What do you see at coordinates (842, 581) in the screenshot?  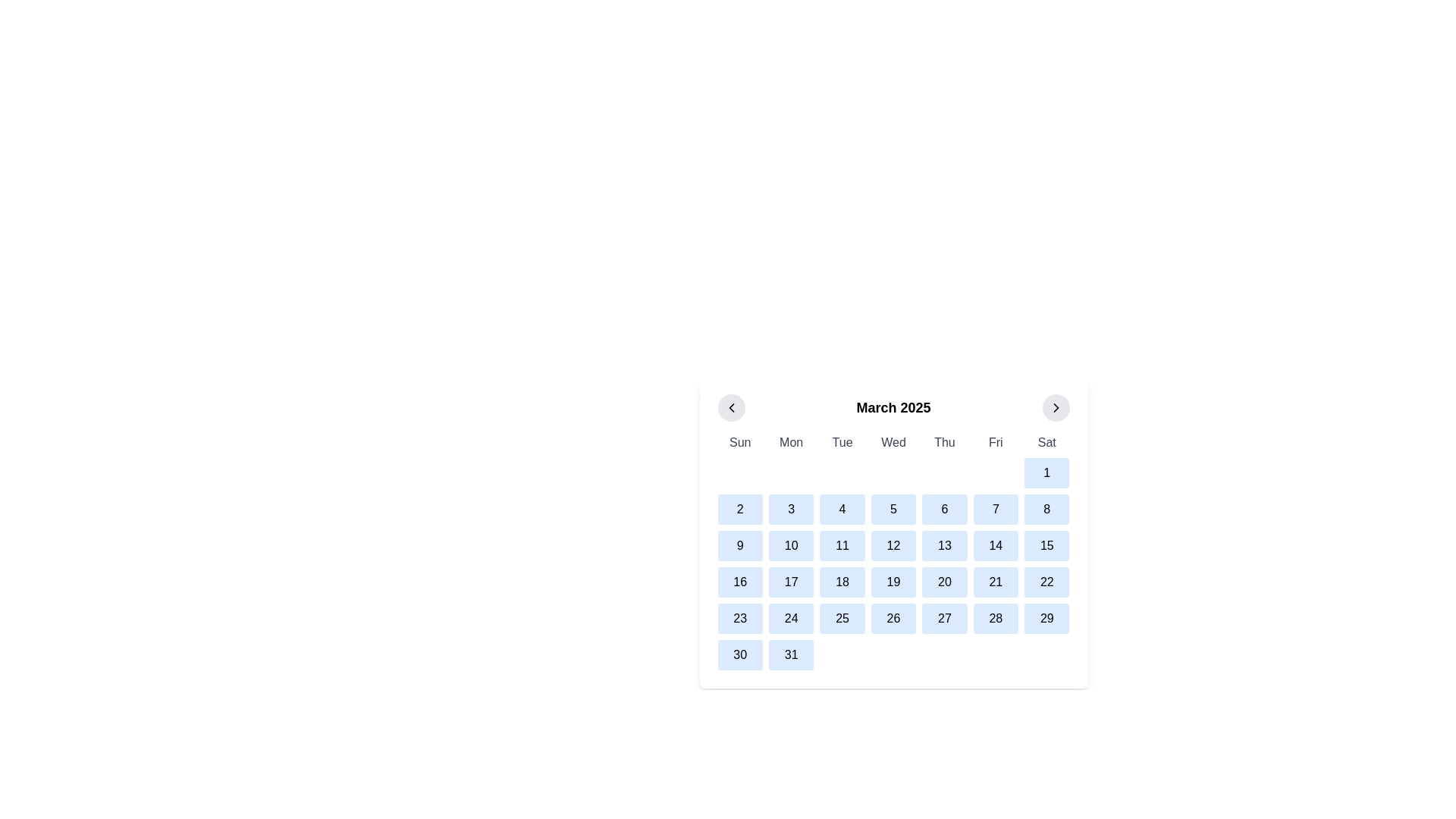 I see `the button representing the date '18' in the calendar, which is a light blue rectangular cell with rounded corners and bold black text` at bounding box center [842, 581].